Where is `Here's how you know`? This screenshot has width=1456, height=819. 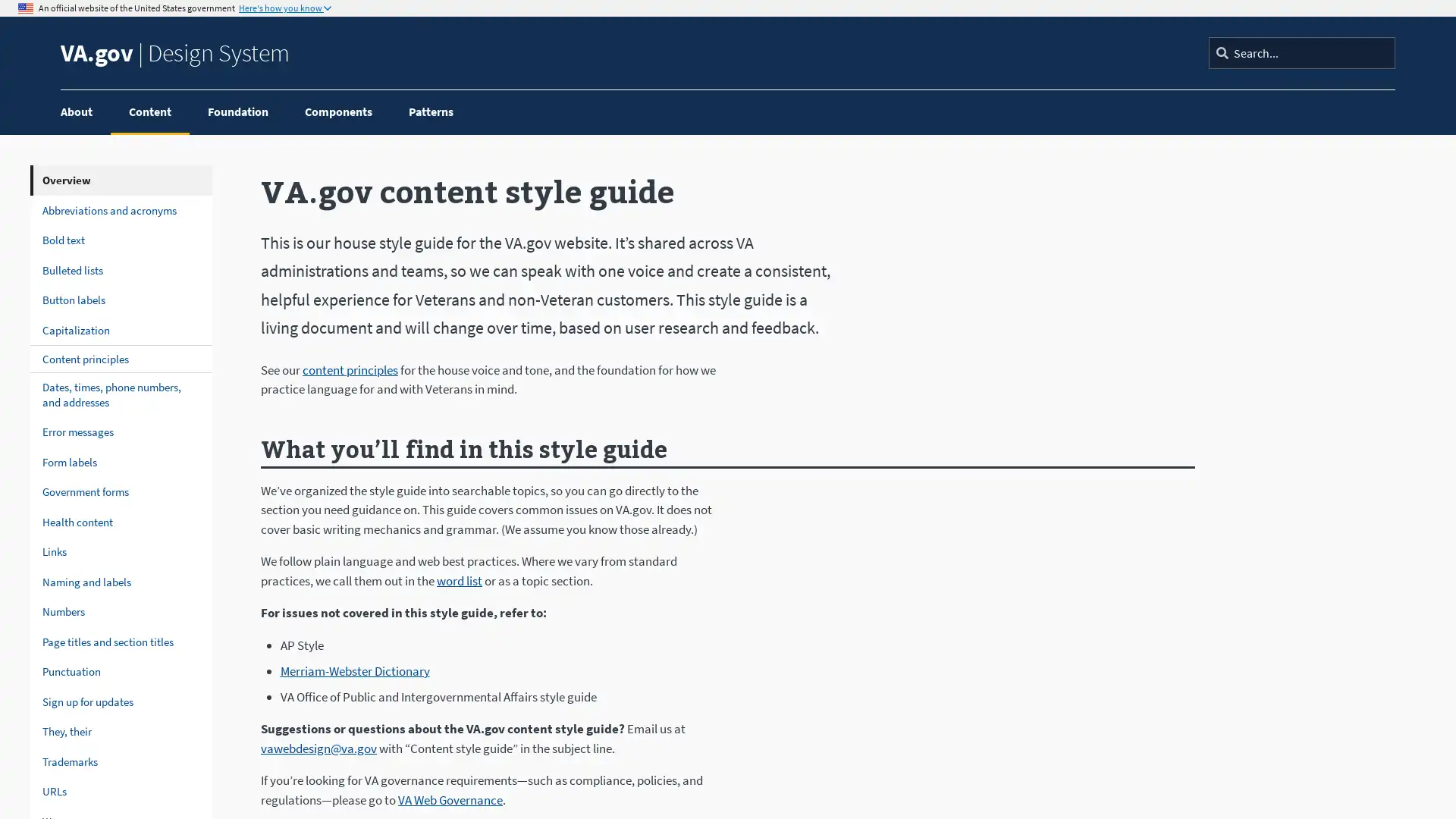
Here's how you know is located at coordinates (284, 8).